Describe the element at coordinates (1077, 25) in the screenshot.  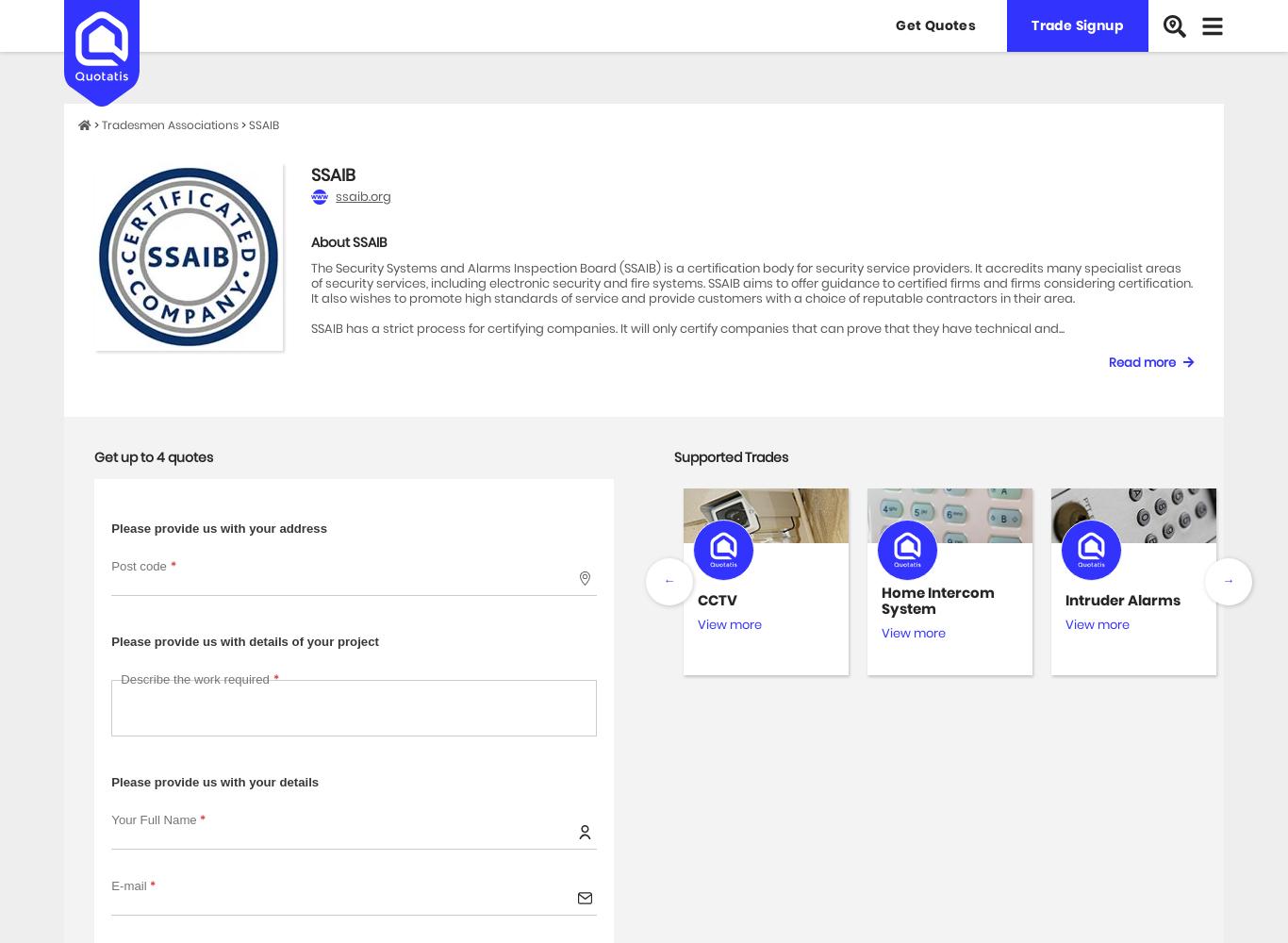
I see `'Trade Signup'` at that location.